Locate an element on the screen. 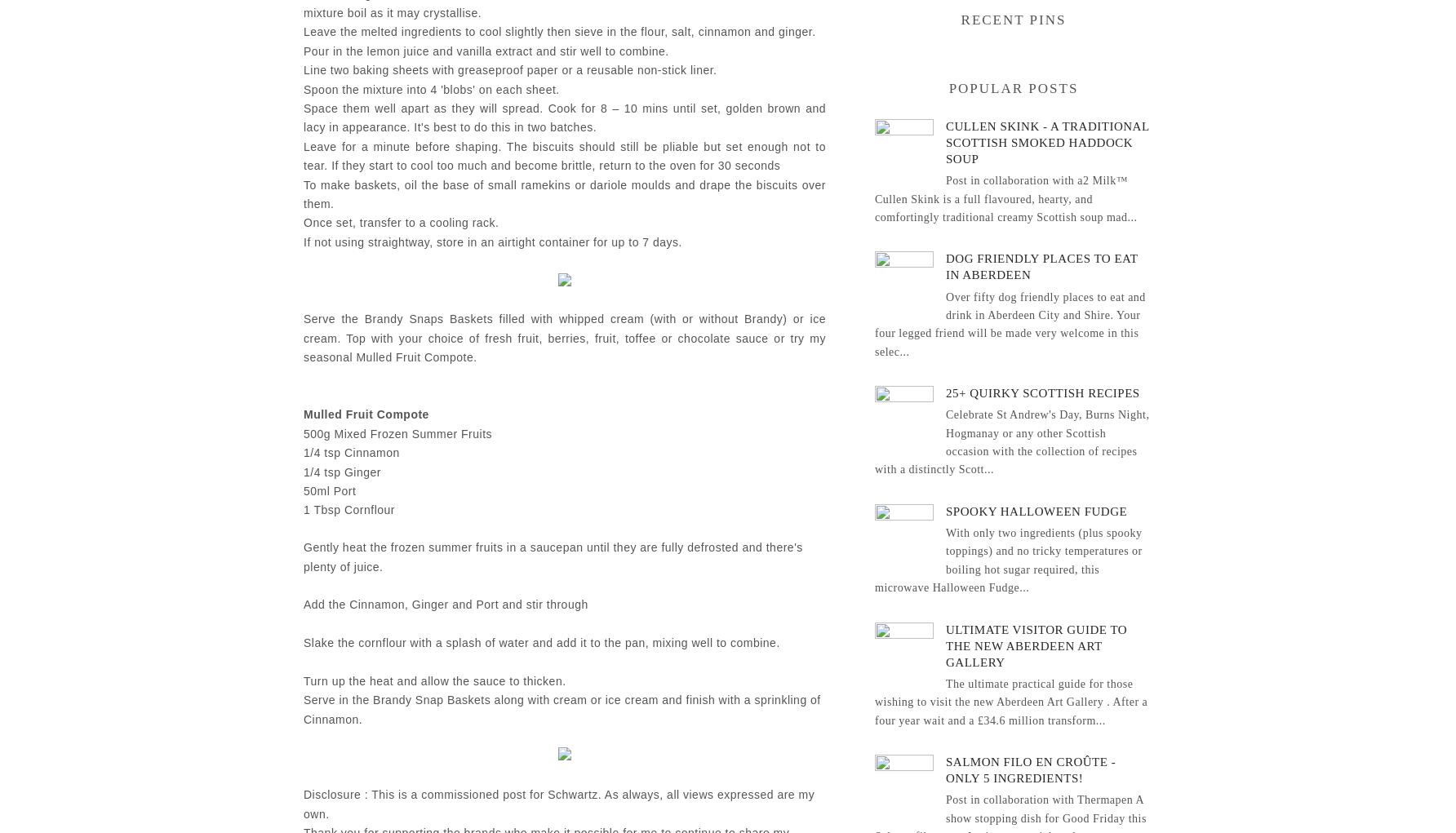 The image size is (1456, 833). '25+ Quirky Scottish Recipes' is located at coordinates (1041, 392).